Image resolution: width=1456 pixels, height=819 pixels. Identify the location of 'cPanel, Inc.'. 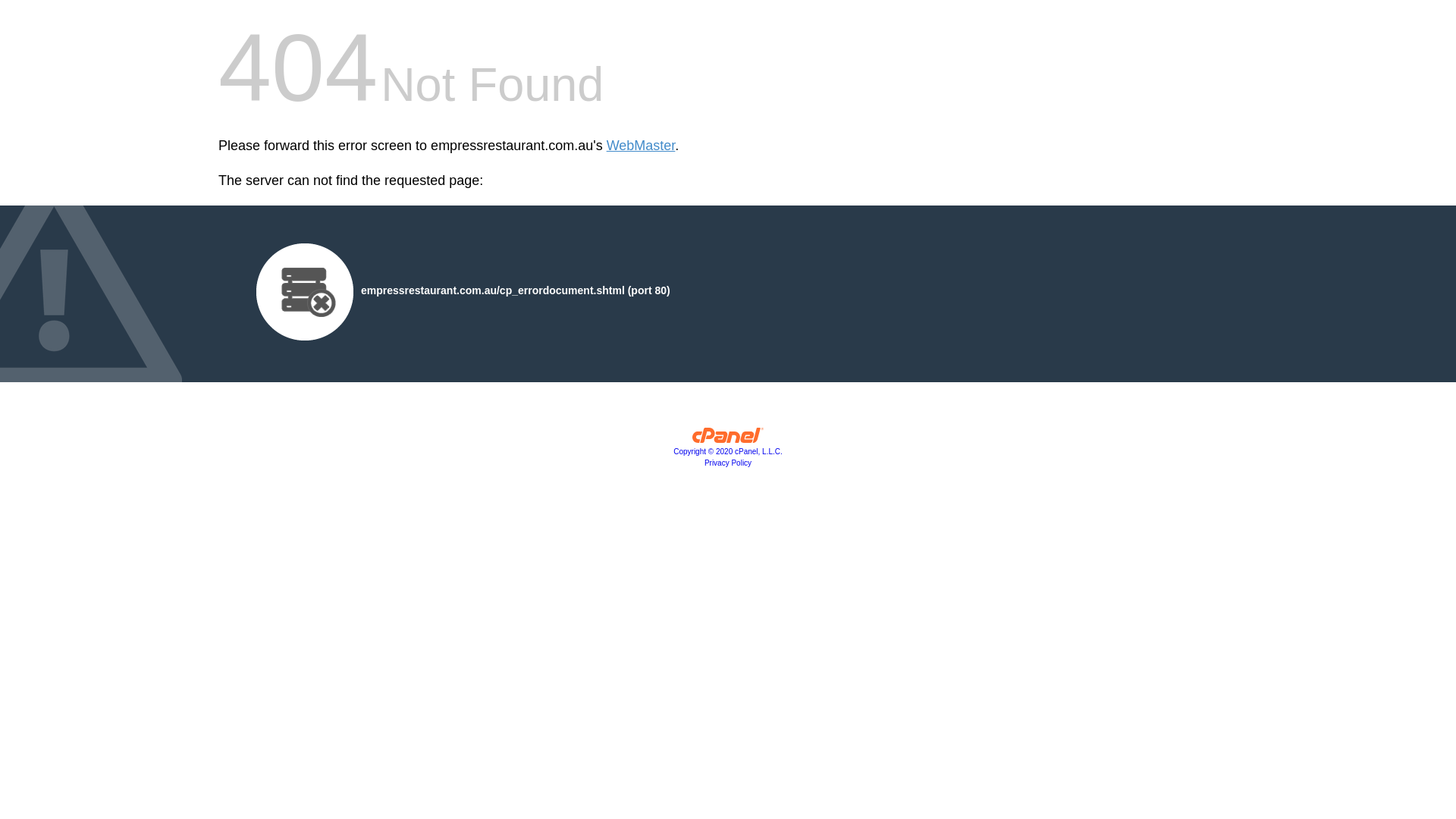
(728, 438).